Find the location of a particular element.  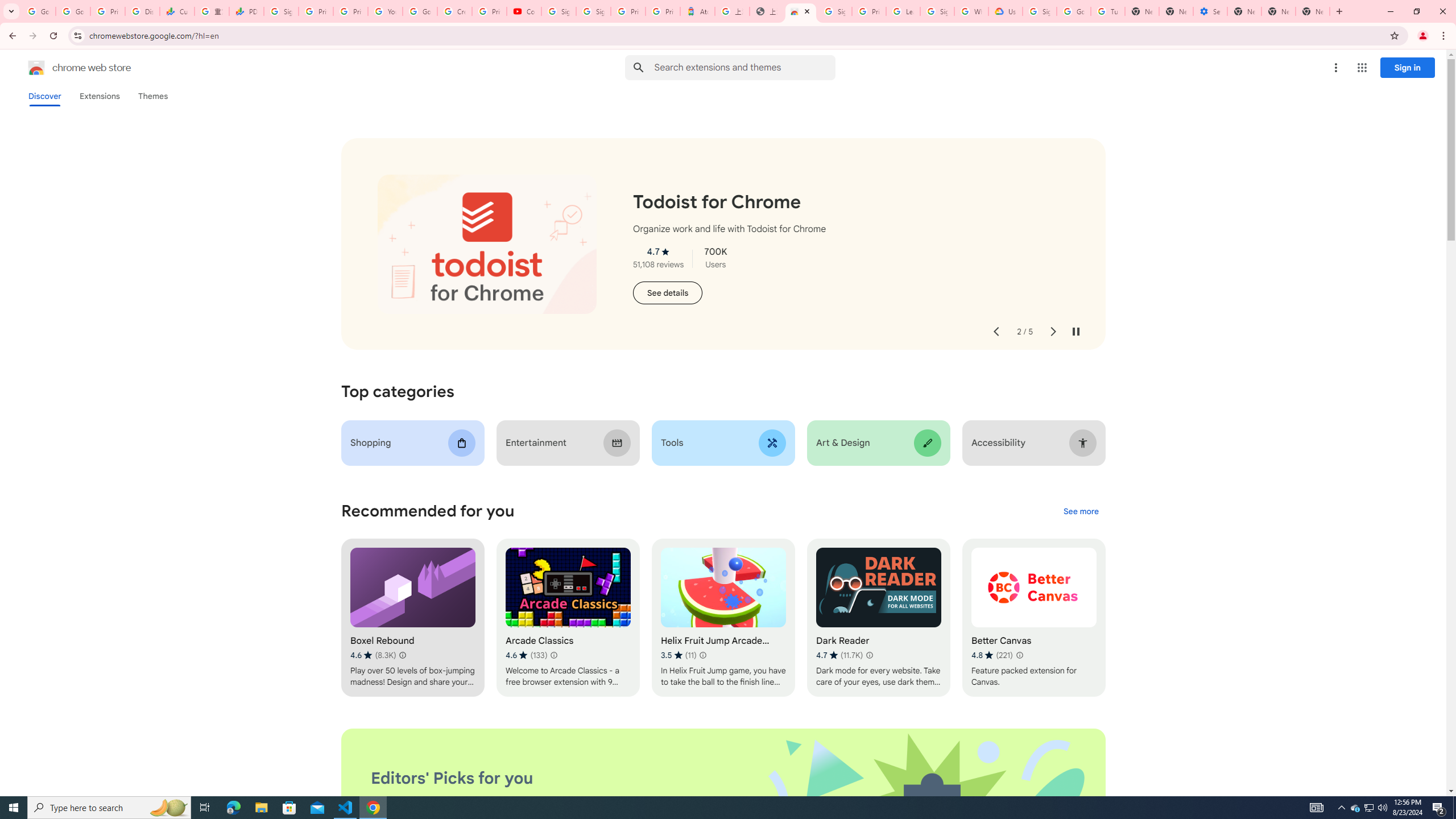

'Arcade Classics' is located at coordinates (568, 617).